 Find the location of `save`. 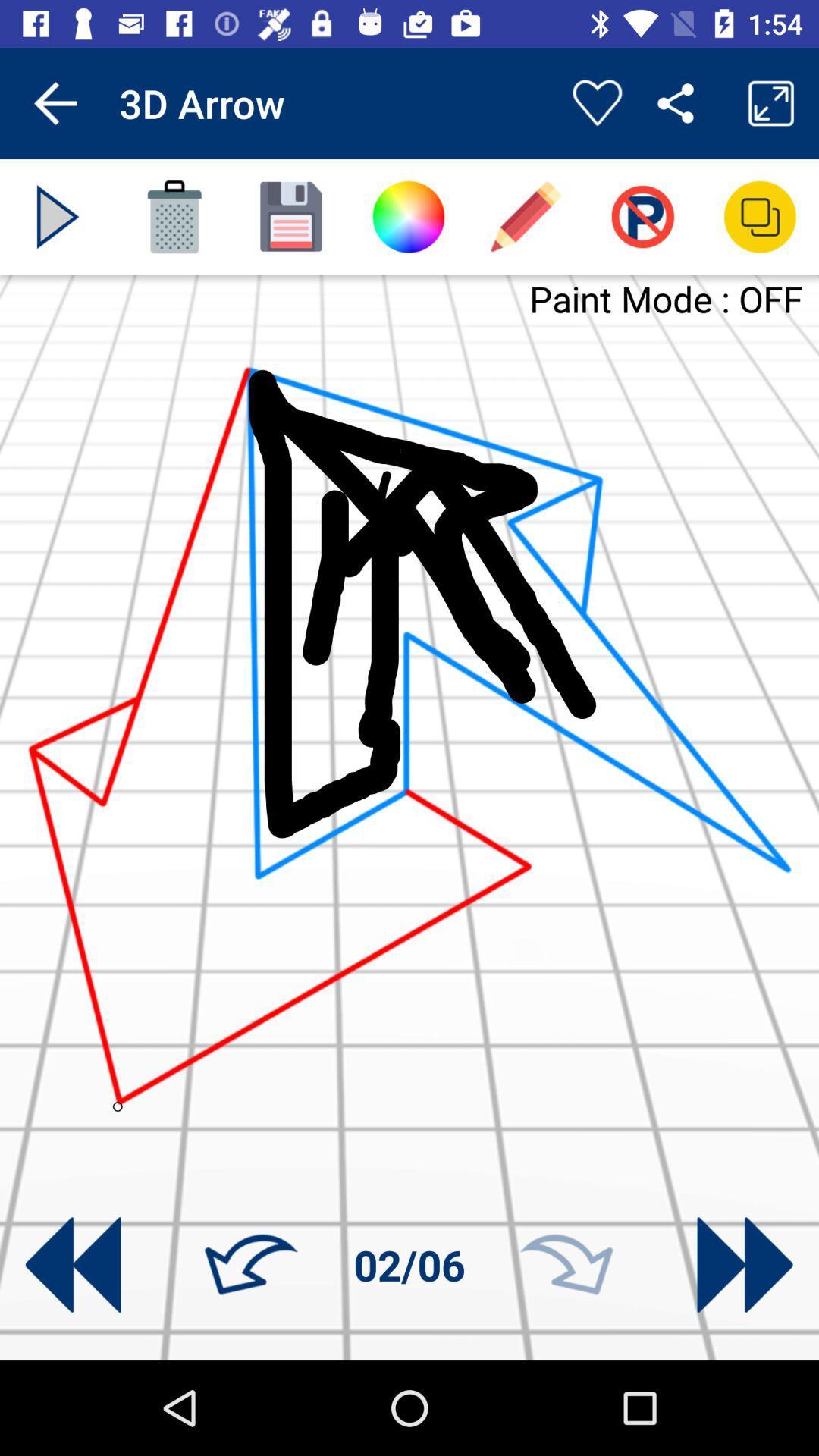

save is located at coordinates (291, 216).